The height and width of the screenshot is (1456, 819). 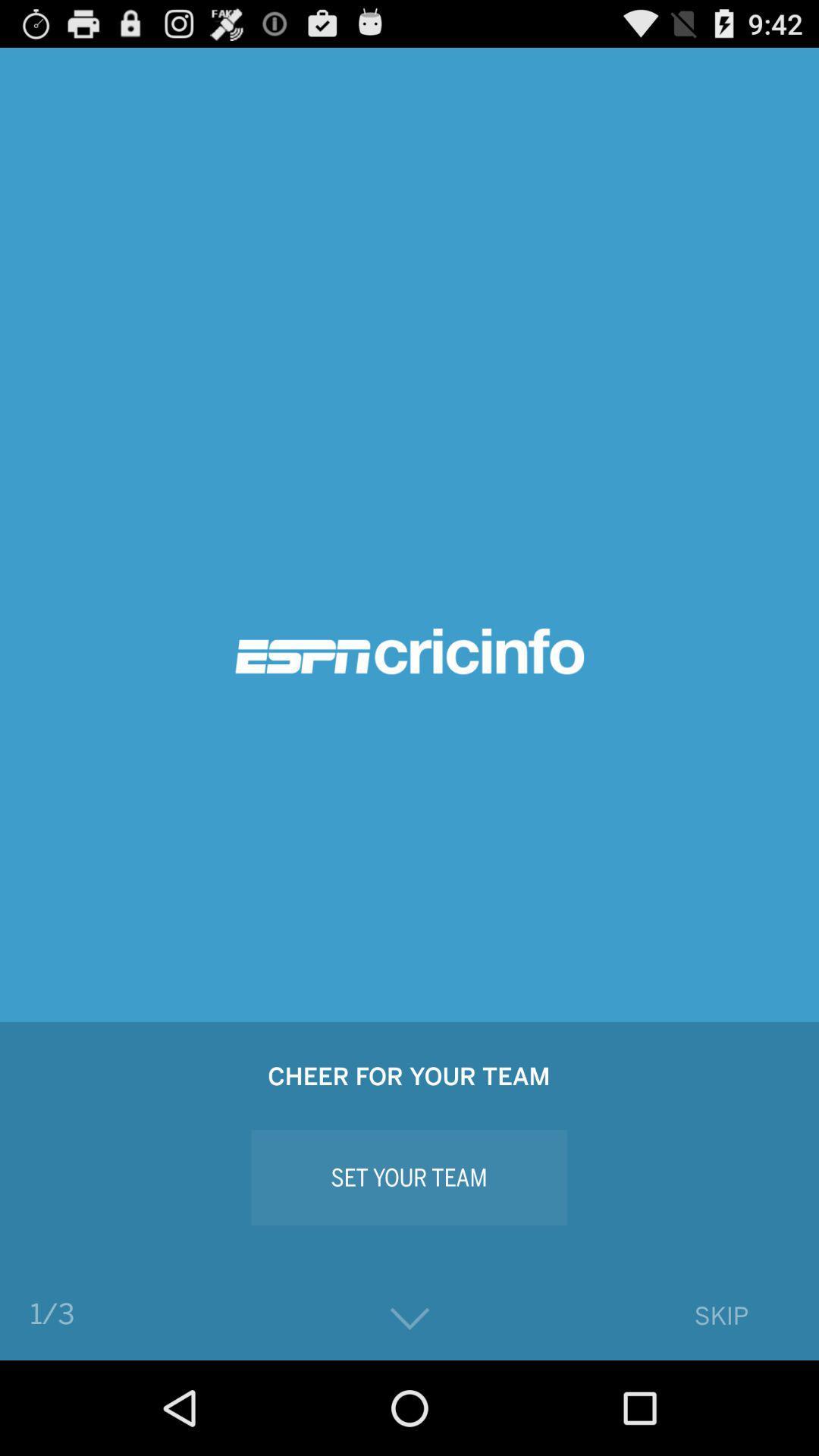 I want to click on the button below set your team, so click(x=409, y=1318).